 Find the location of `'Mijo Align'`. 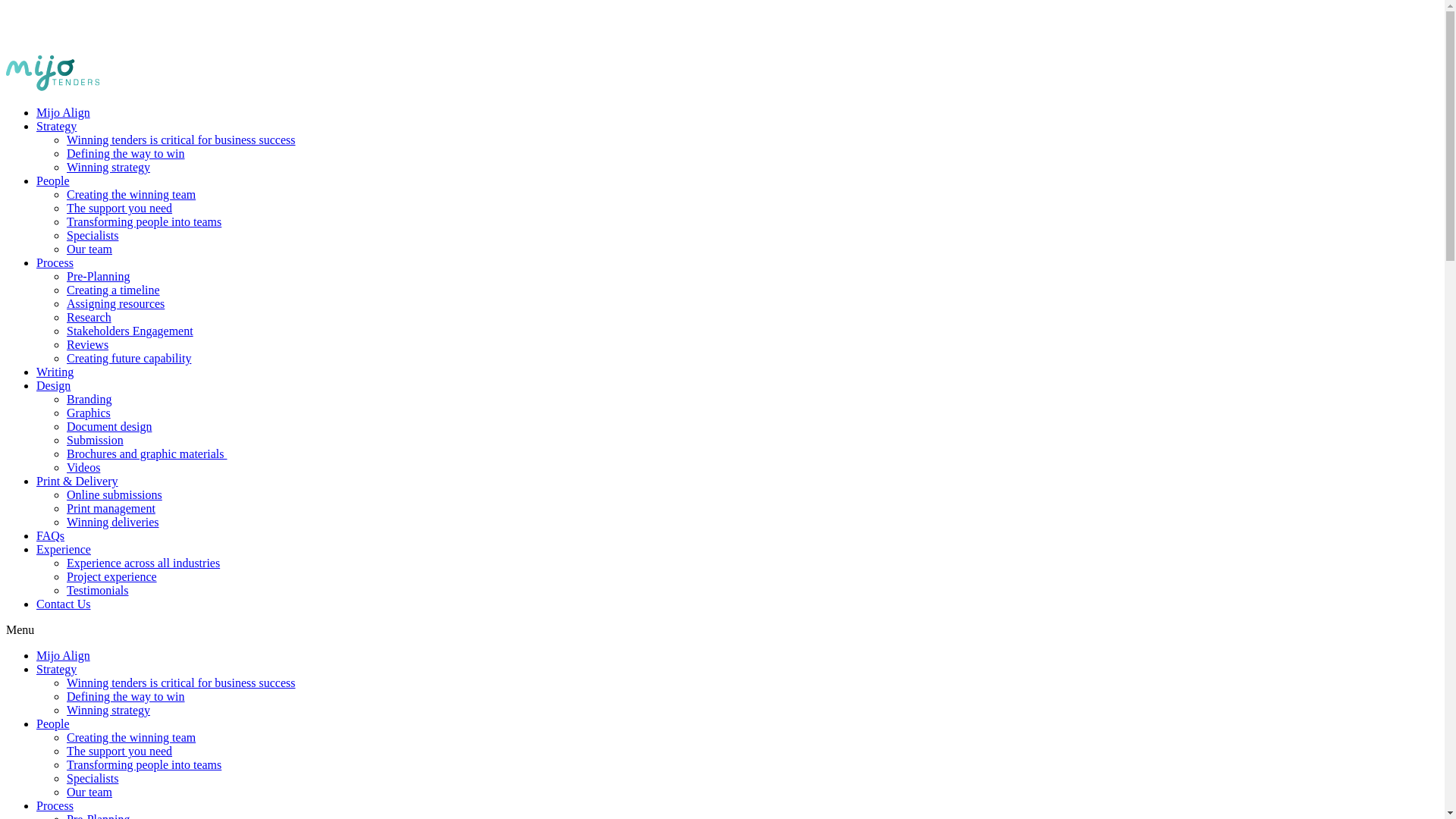

'Mijo Align' is located at coordinates (62, 654).